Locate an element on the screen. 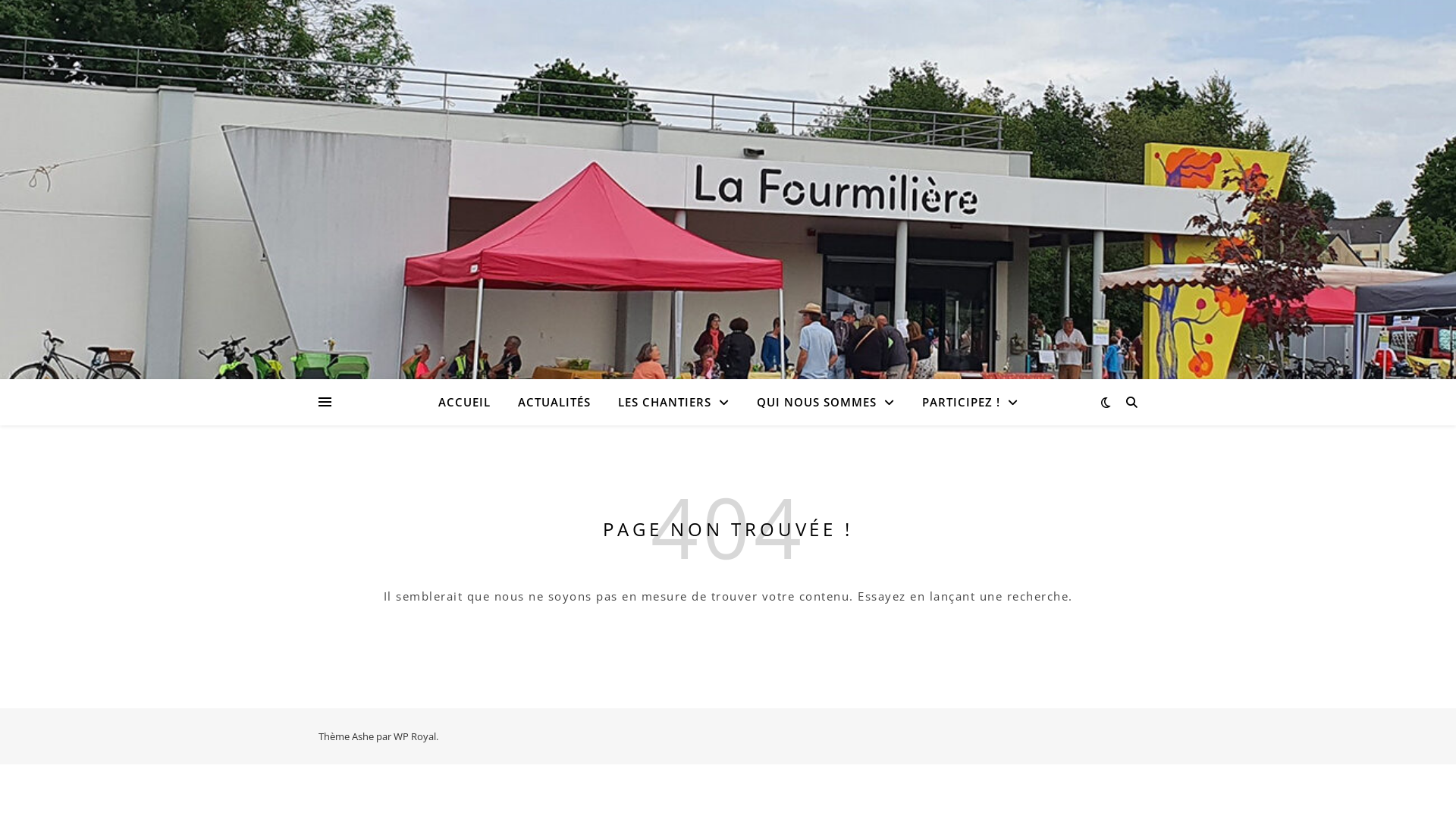  'ACCUEIL' is located at coordinates (469, 400).